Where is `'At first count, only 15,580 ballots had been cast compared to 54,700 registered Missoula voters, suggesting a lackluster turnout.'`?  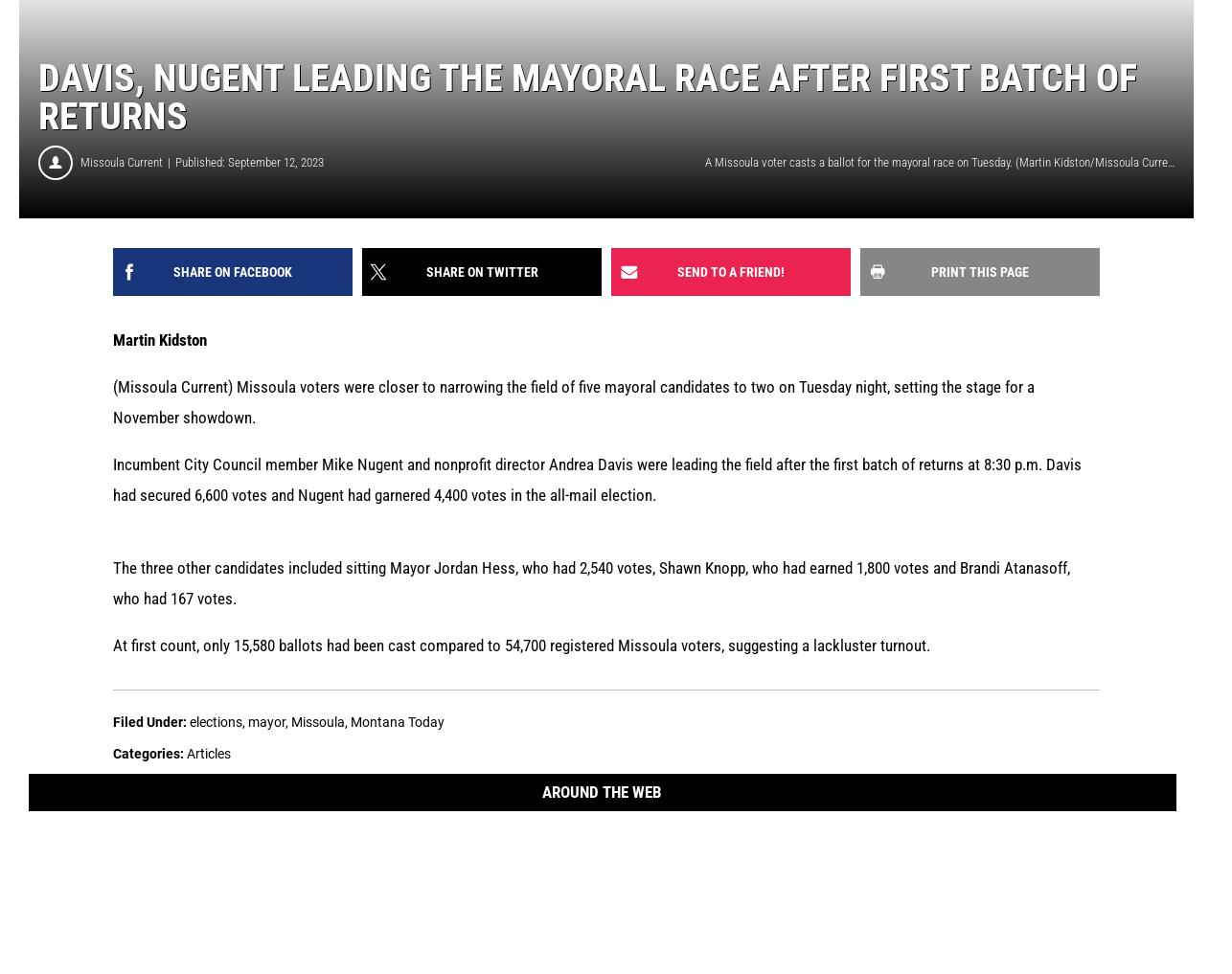 'At first count, only 15,580 ballots had been cast compared to 54,700 registered Missoula voters, suggesting a lackluster turnout.' is located at coordinates (113, 634).